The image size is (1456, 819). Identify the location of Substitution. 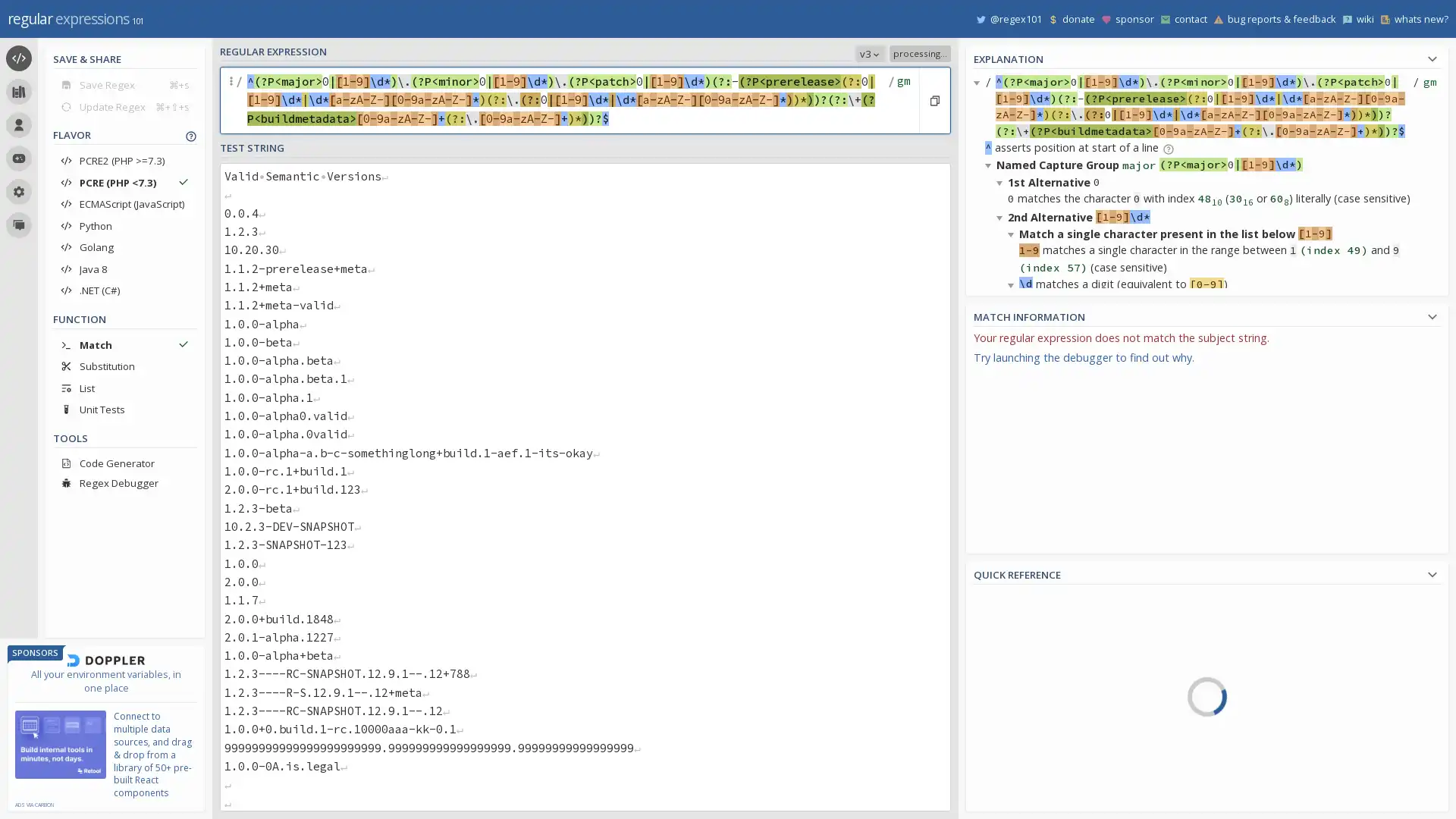
(124, 366).